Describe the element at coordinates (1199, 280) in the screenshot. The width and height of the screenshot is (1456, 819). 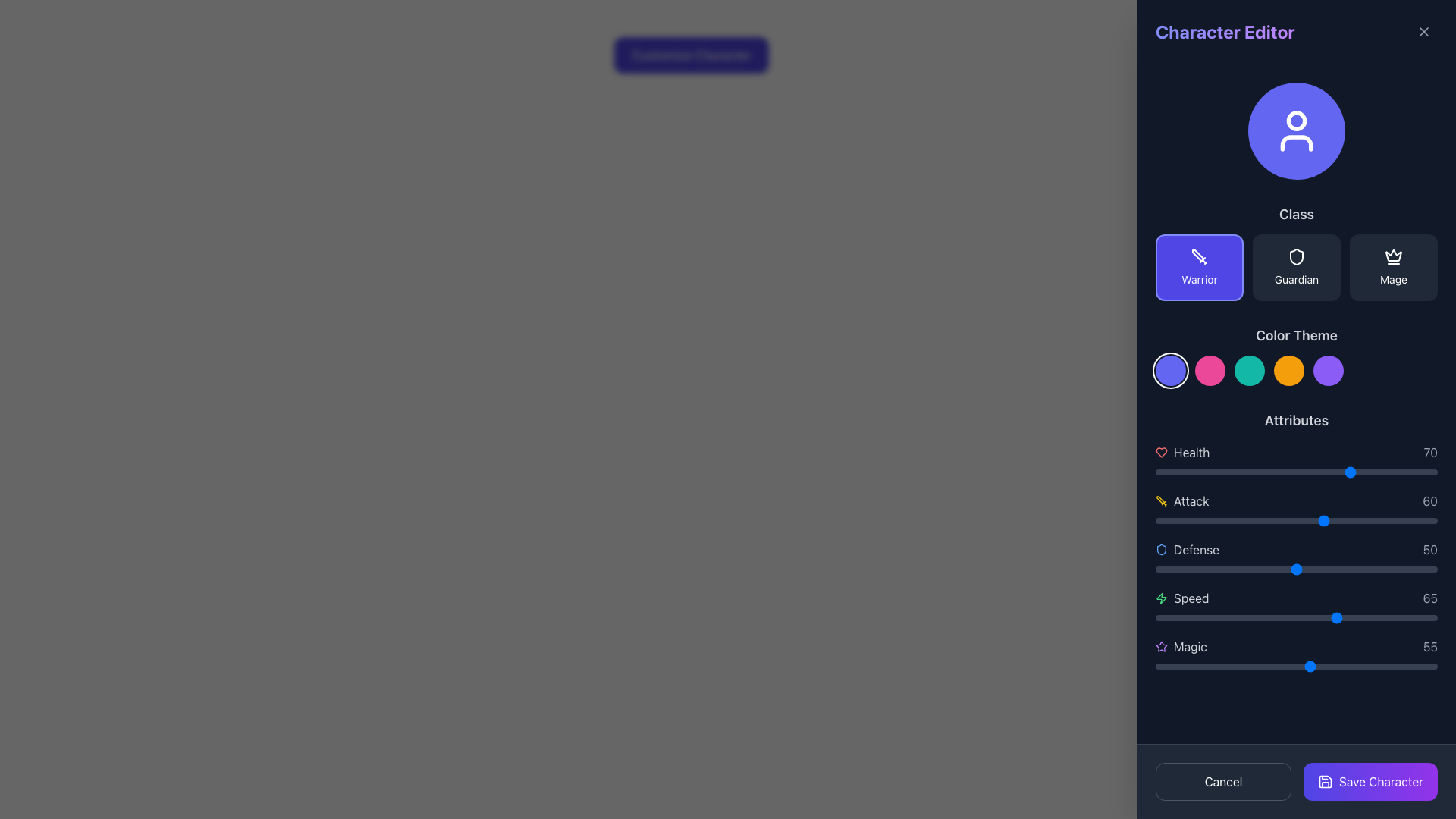
I see `the 'Warrior' class selection text label located at the bottom of the first button in the 'Class' section of the 'Character Editor'` at that location.